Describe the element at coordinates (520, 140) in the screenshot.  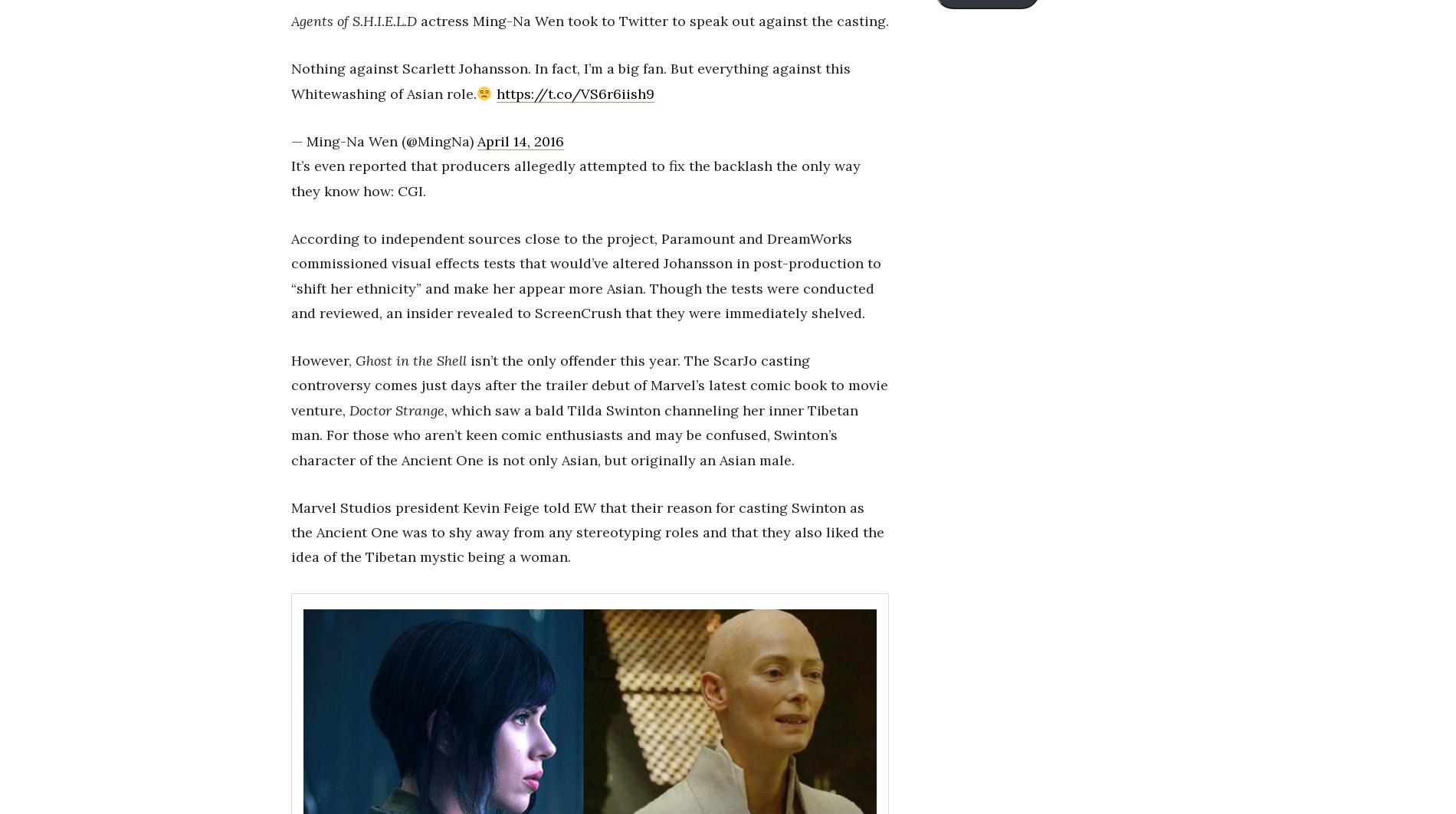
I see `'April 14, 2016'` at that location.